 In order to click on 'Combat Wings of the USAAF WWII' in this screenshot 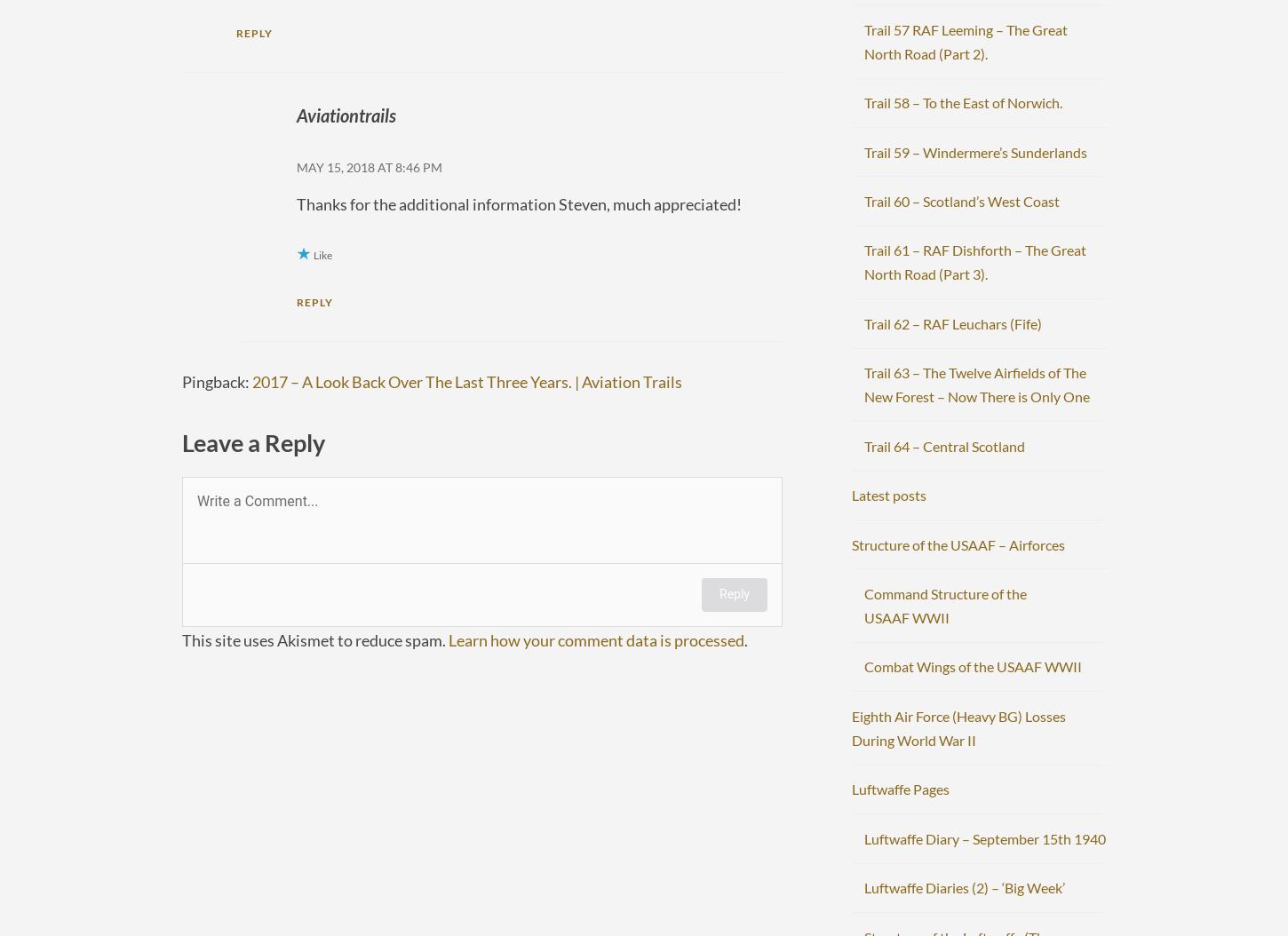, I will do `click(971, 666)`.